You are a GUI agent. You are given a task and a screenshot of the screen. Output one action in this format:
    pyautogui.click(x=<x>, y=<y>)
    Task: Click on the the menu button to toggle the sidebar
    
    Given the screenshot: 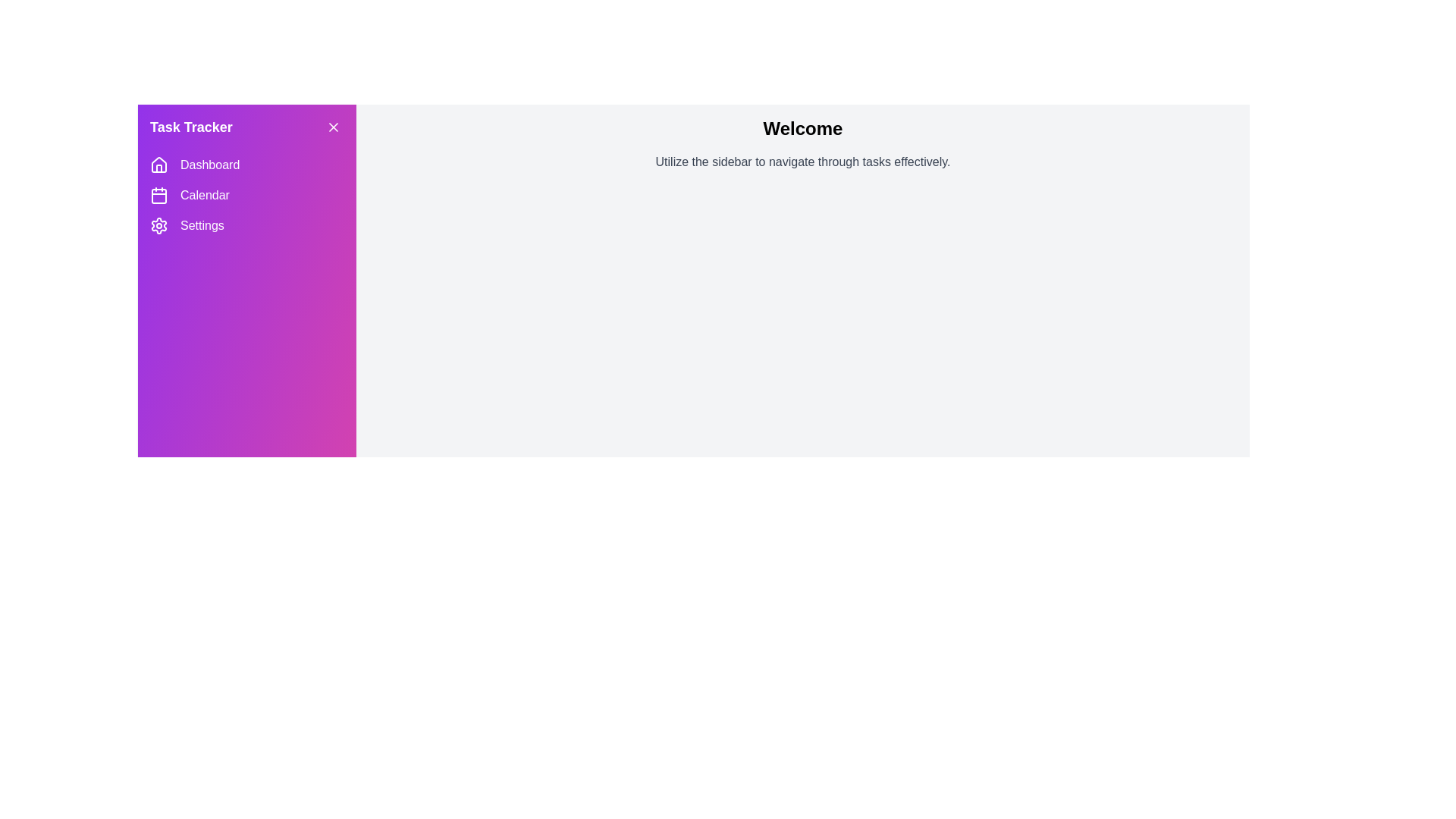 What is the action you would take?
    pyautogui.click(x=333, y=127)
    